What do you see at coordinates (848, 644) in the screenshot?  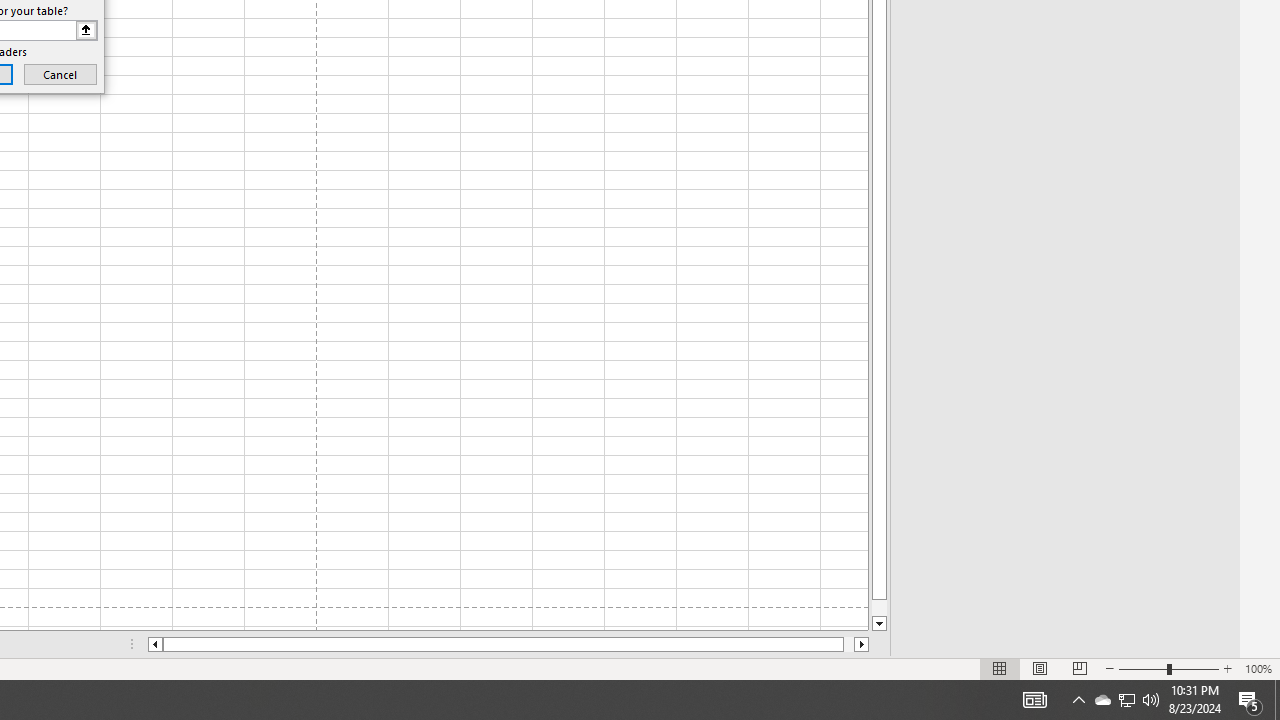 I see `'Page right'` at bounding box center [848, 644].